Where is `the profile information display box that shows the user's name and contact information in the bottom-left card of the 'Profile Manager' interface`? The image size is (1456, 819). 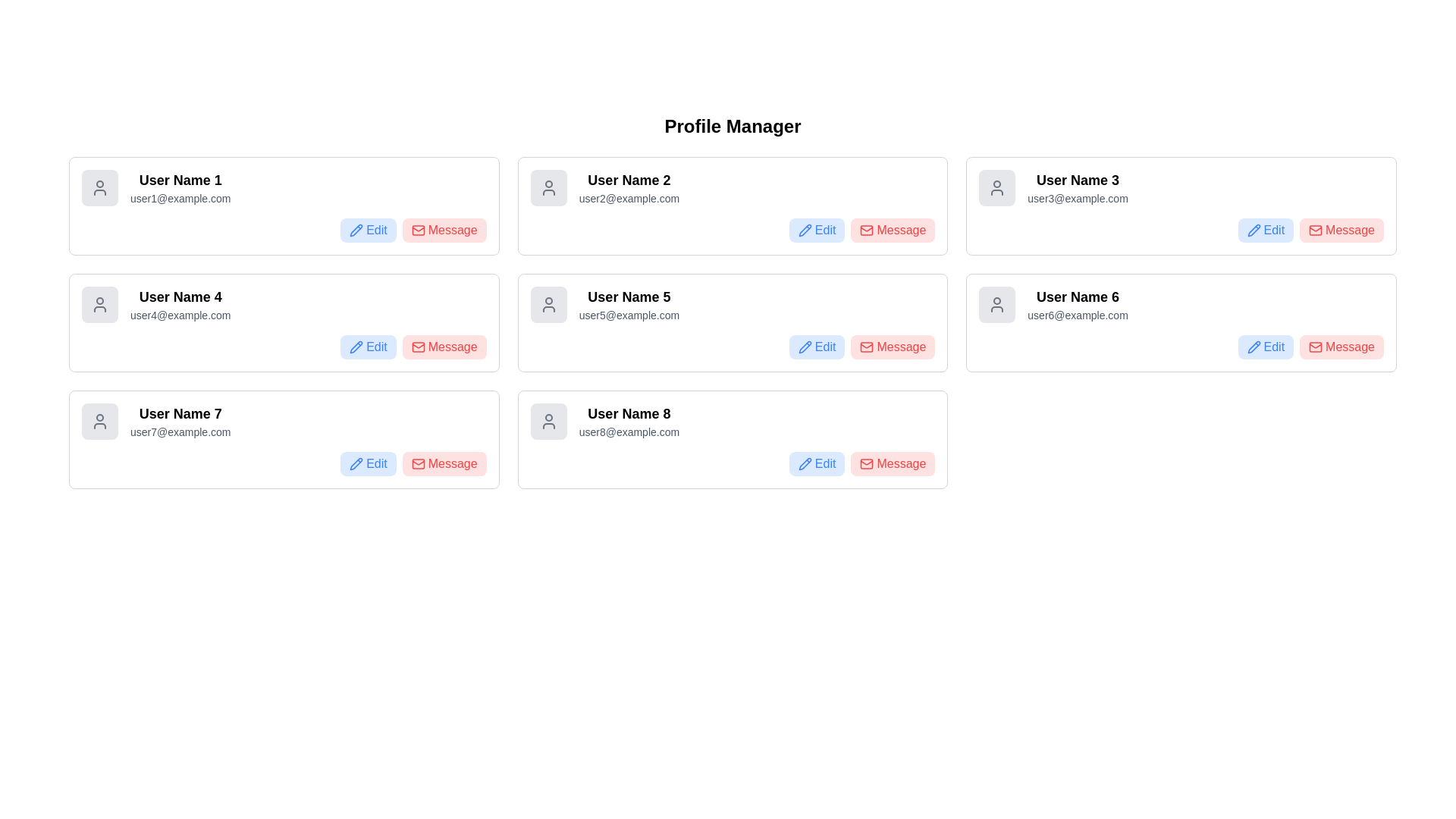
the profile information display box that shows the user's name and contact information in the bottom-left card of the 'Profile Manager' interface is located at coordinates (284, 421).